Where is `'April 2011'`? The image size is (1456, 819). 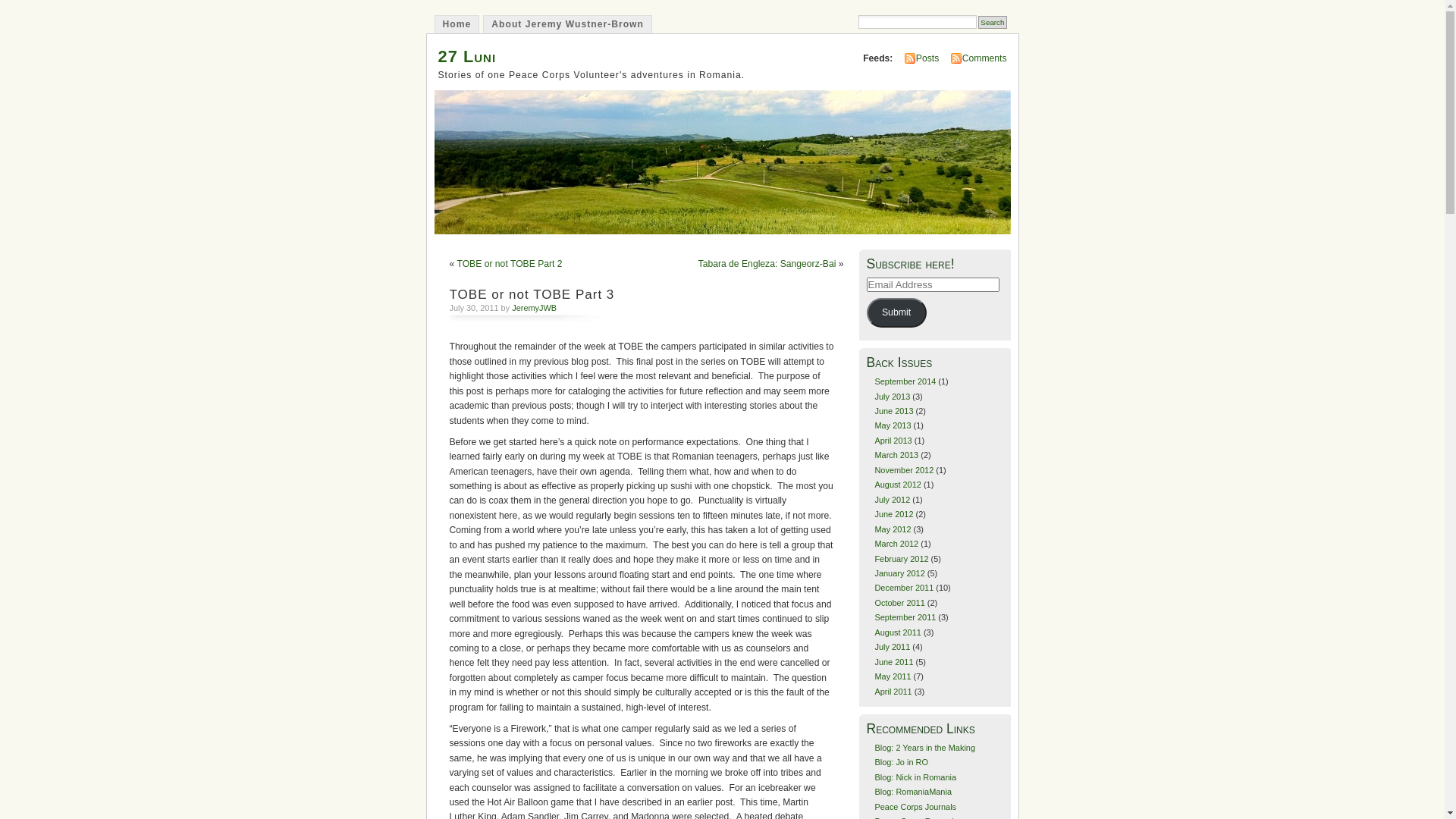 'April 2011' is located at coordinates (893, 691).